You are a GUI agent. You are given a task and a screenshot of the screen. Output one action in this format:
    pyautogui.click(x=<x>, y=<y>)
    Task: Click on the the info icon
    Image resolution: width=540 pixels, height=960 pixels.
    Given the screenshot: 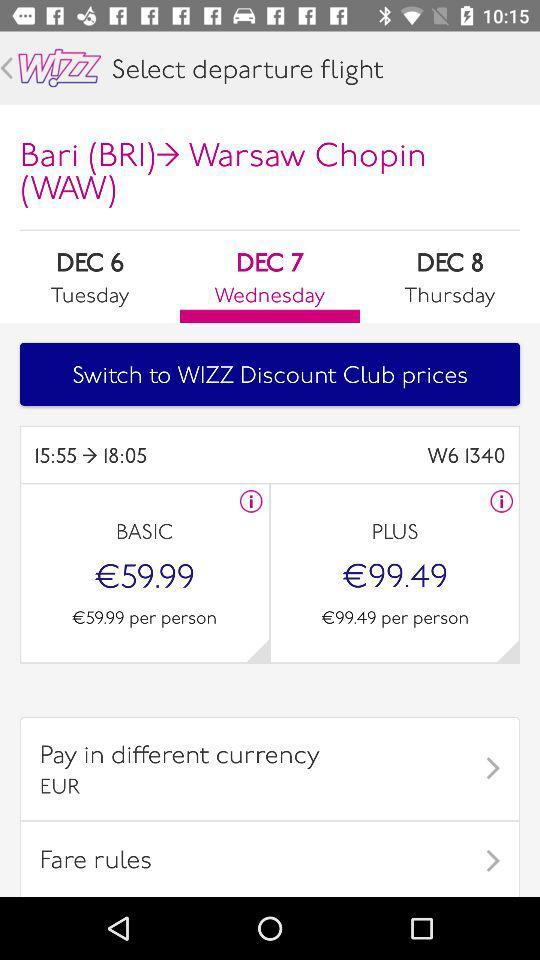 What is the action you would take?
    pyautogui.click(x=251, y=500)
    